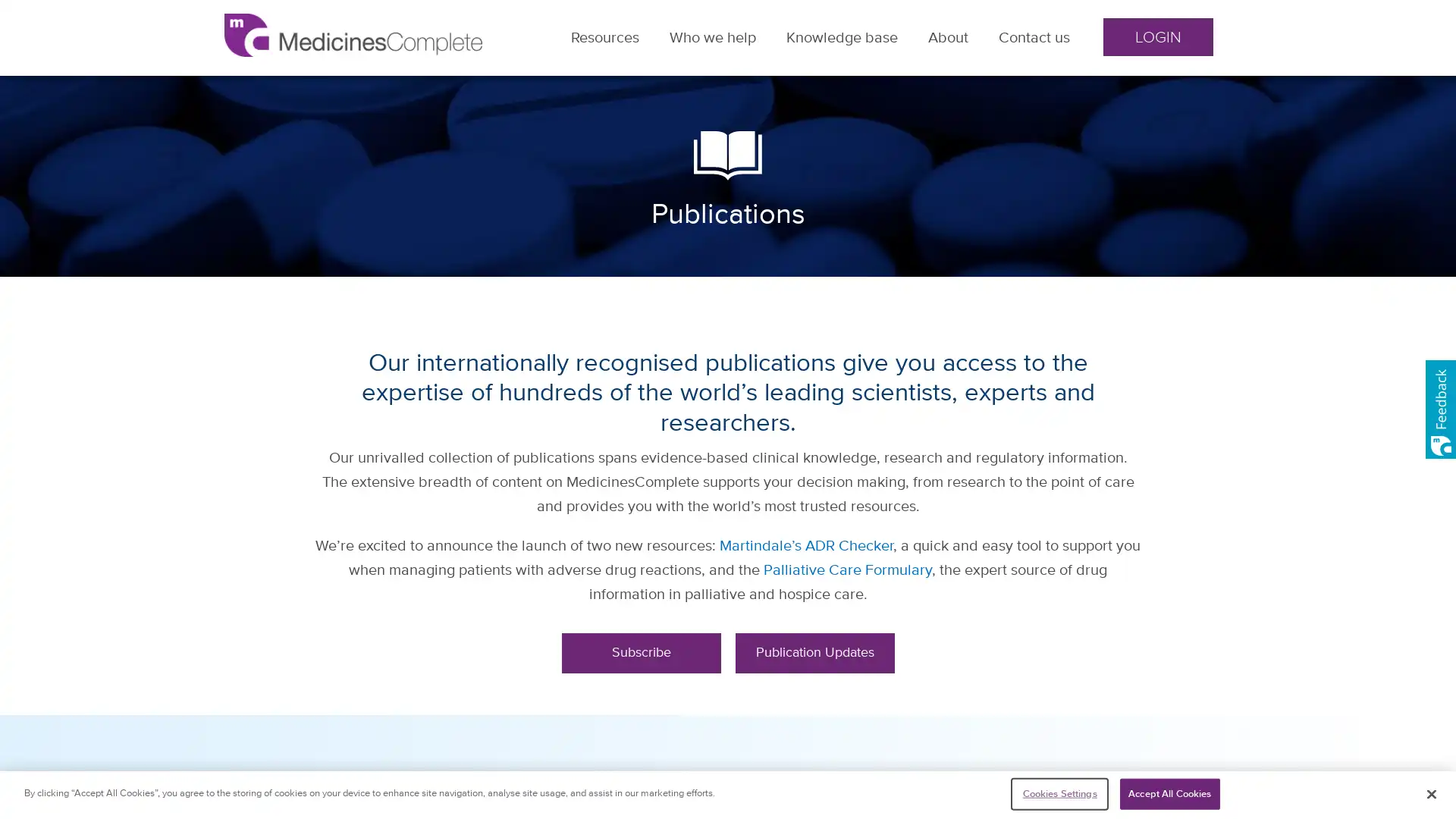  Describe the element at coordinates (1059, 792) in the screenshot. I see `Cookies Settings` at that location.